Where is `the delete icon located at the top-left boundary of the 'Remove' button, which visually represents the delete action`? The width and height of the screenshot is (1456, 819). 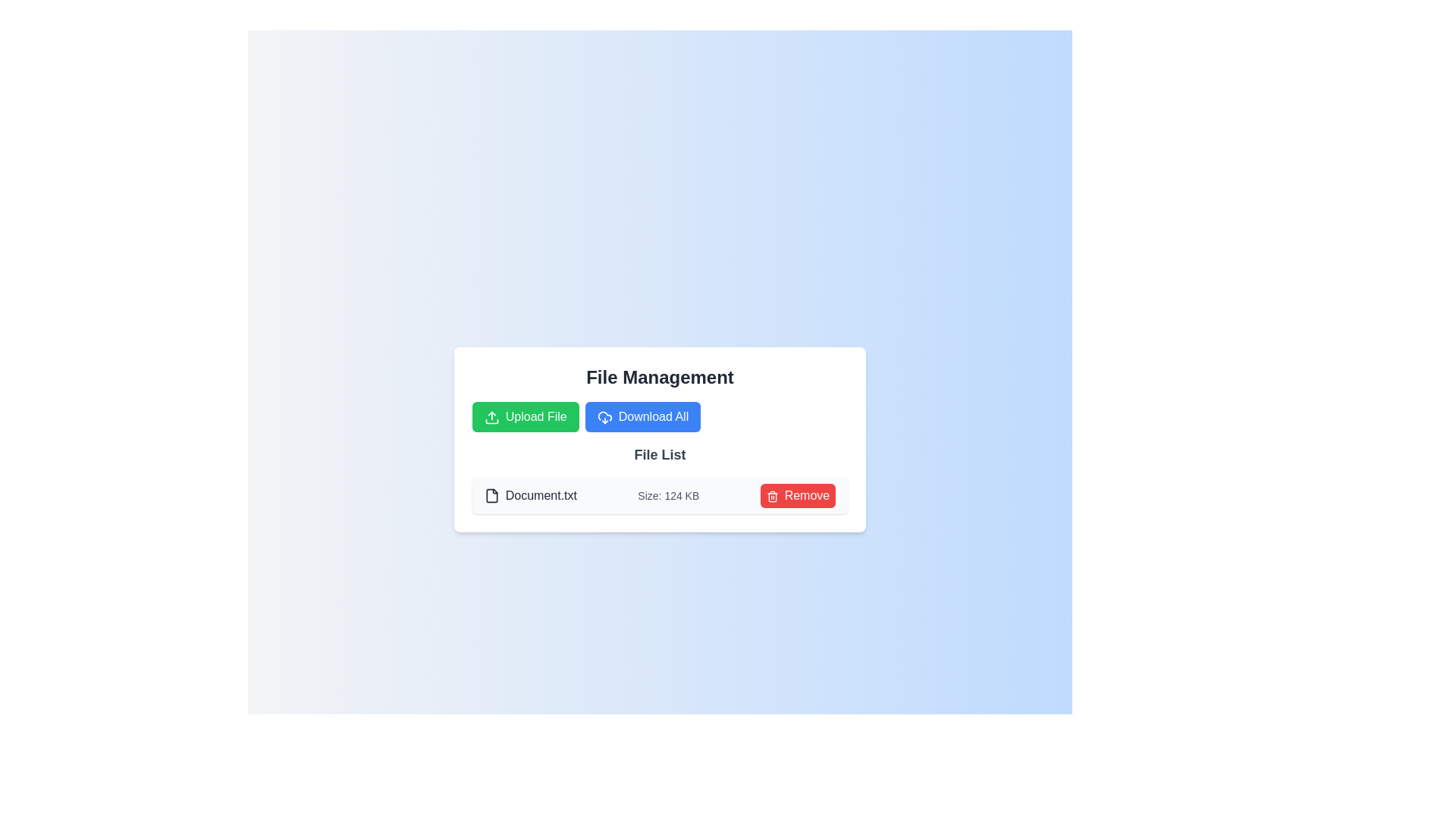 the delete icon located at the top-left boundary of the 'Remove' button, which visually represents the delete action is located at coordinates (772, 496).